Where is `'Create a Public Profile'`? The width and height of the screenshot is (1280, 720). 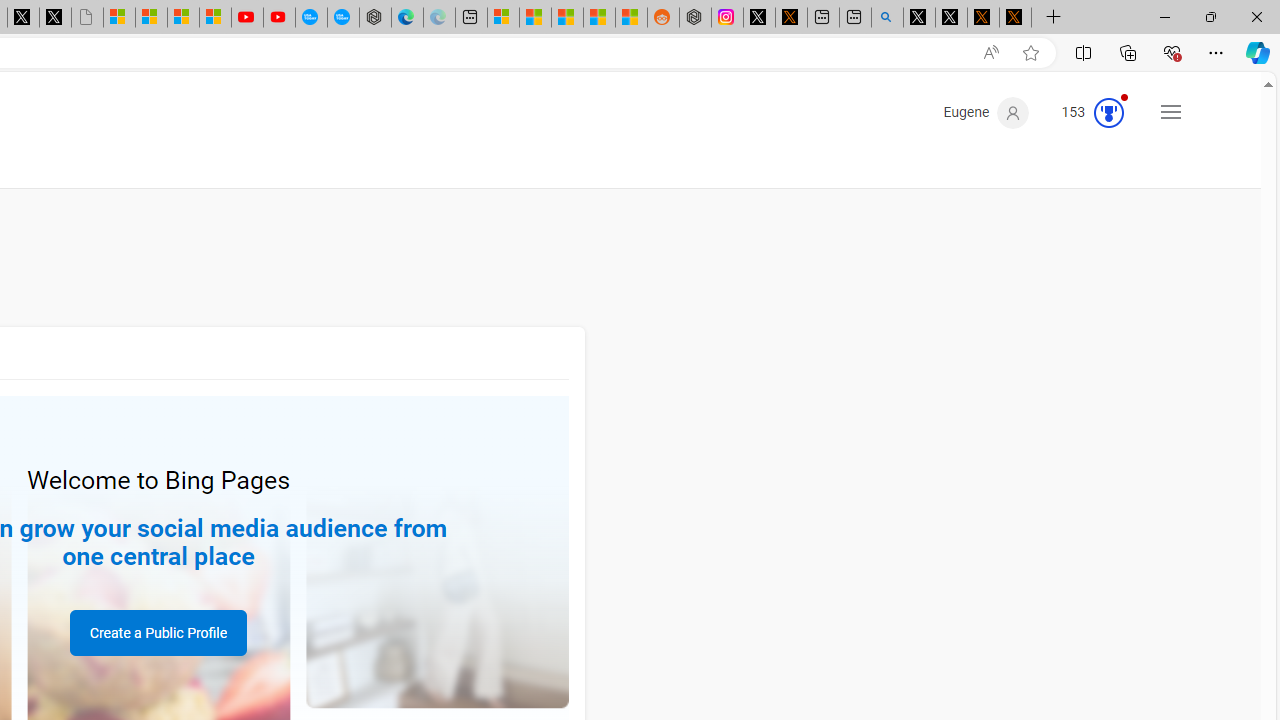
'Create a Public Profile' is located at coordinates (157, 632).